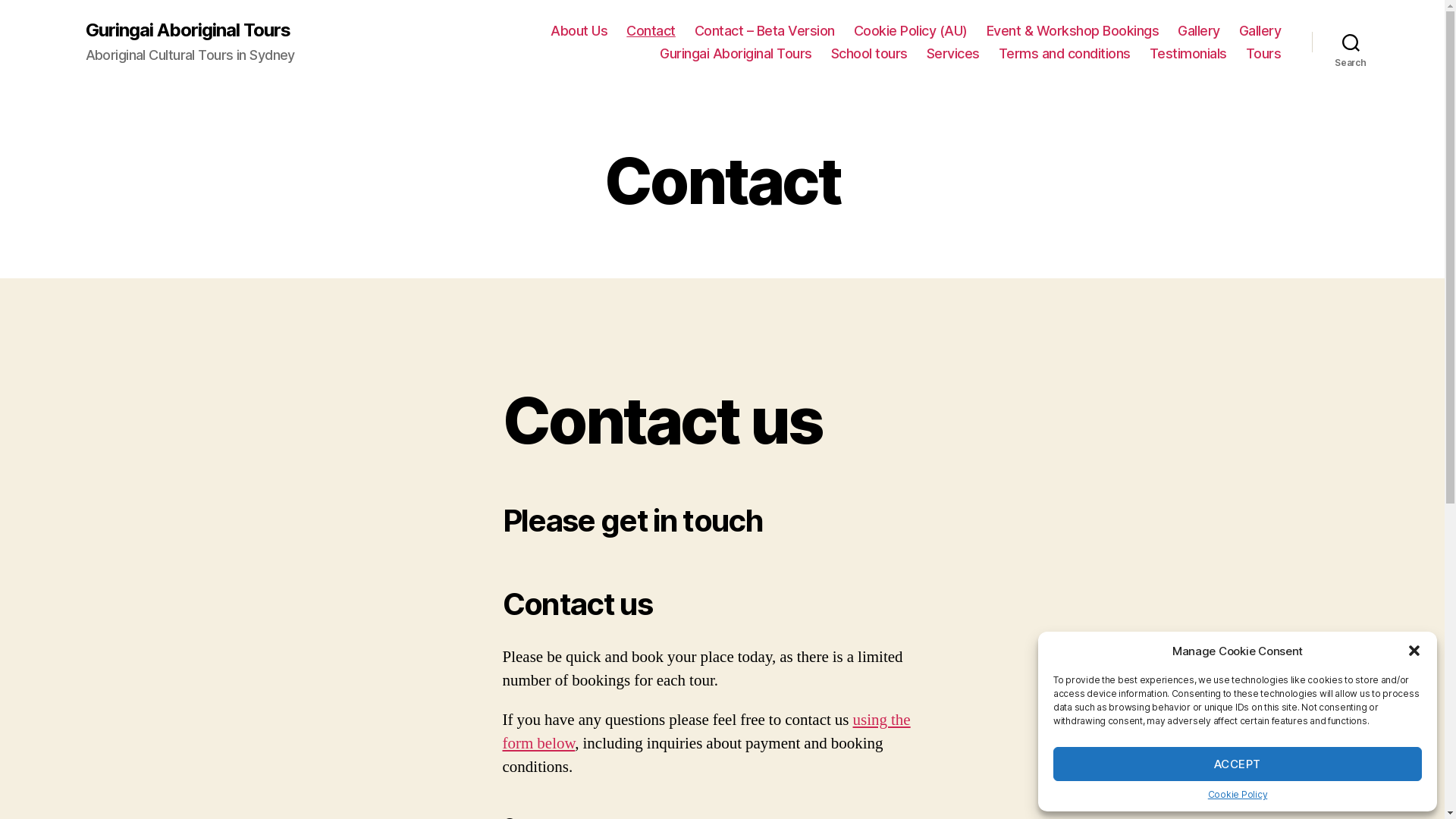 Image resolution: width=1456 pixels, height=819 pixels. What do you see at coordinates (1150, 52) in the screenshot?
I see `'Testimonials'` at bounding box center [1150, 52].